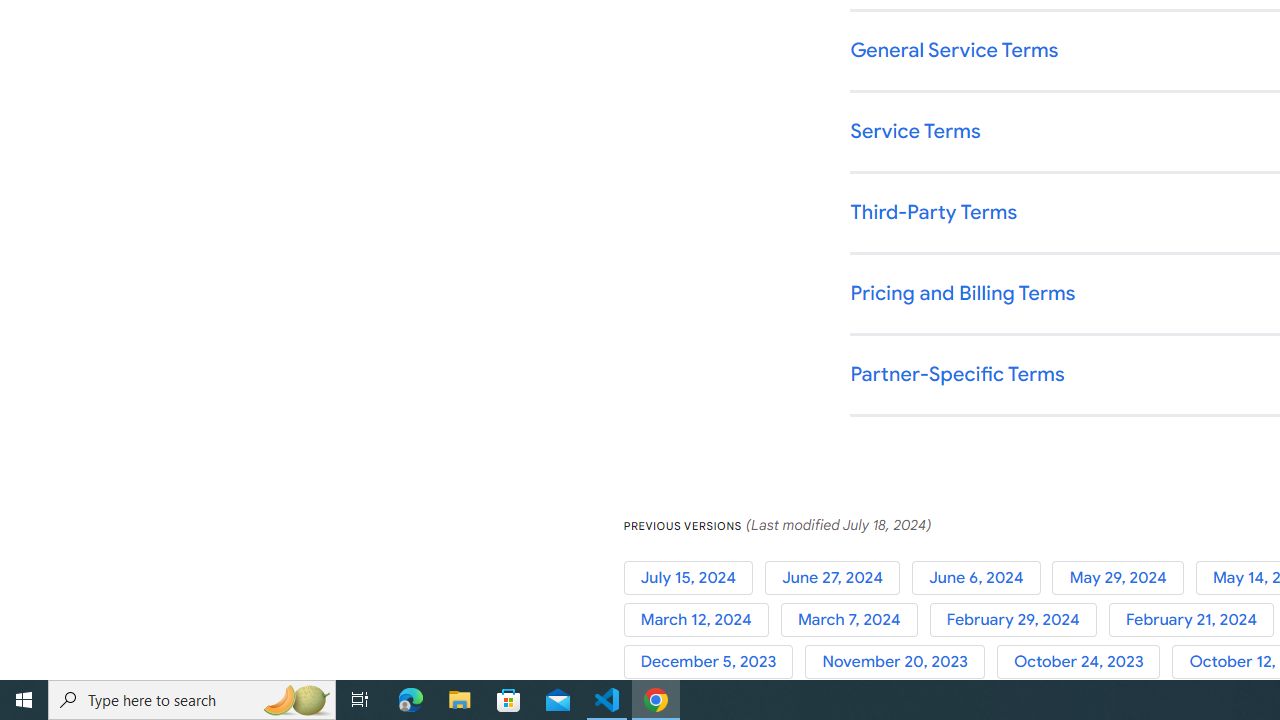 Image resolution: width=1280 pixels, height=720 pixels. What do you see at coordinates (900, 662) in the screenshot?
I see `'November 20, 2023'` at bounding box center [900, 662].